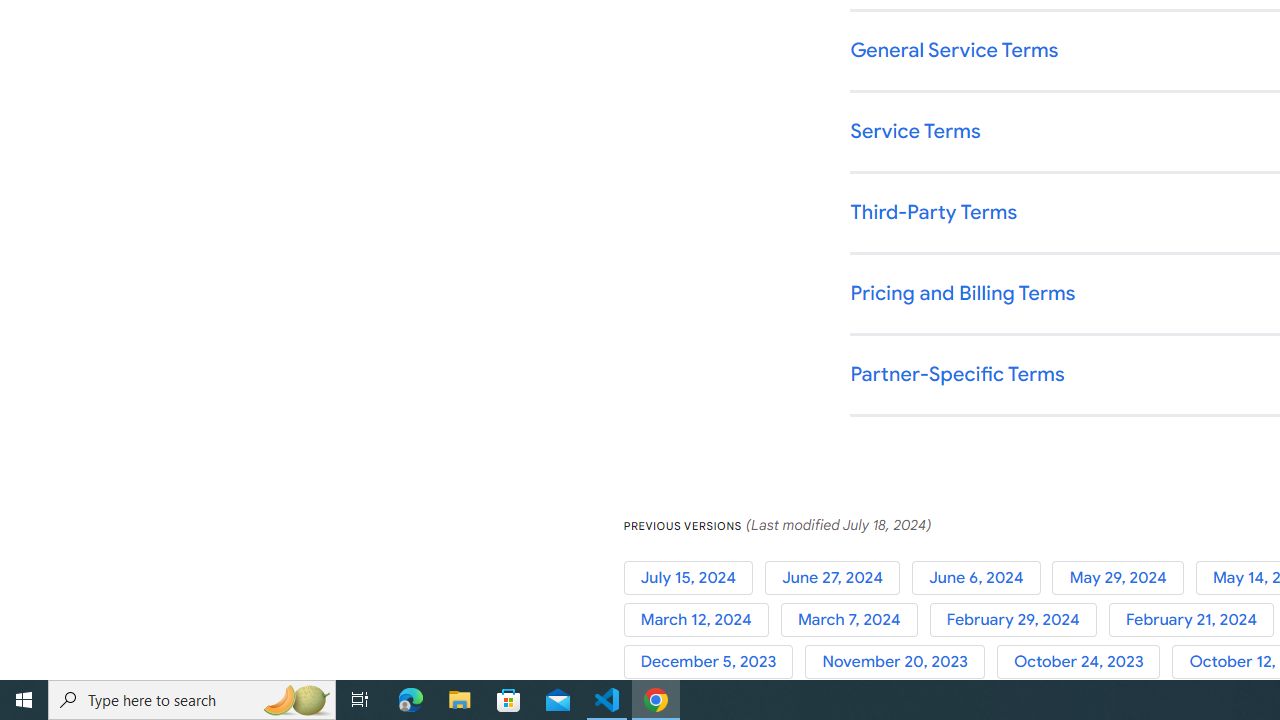 Image resolution: width=1280 pixels, height=720 pixels. What do you see at coordinates (900, 662) in the screenshot?
I see `'November 20, 2023'` at bounding box center [900, 662].